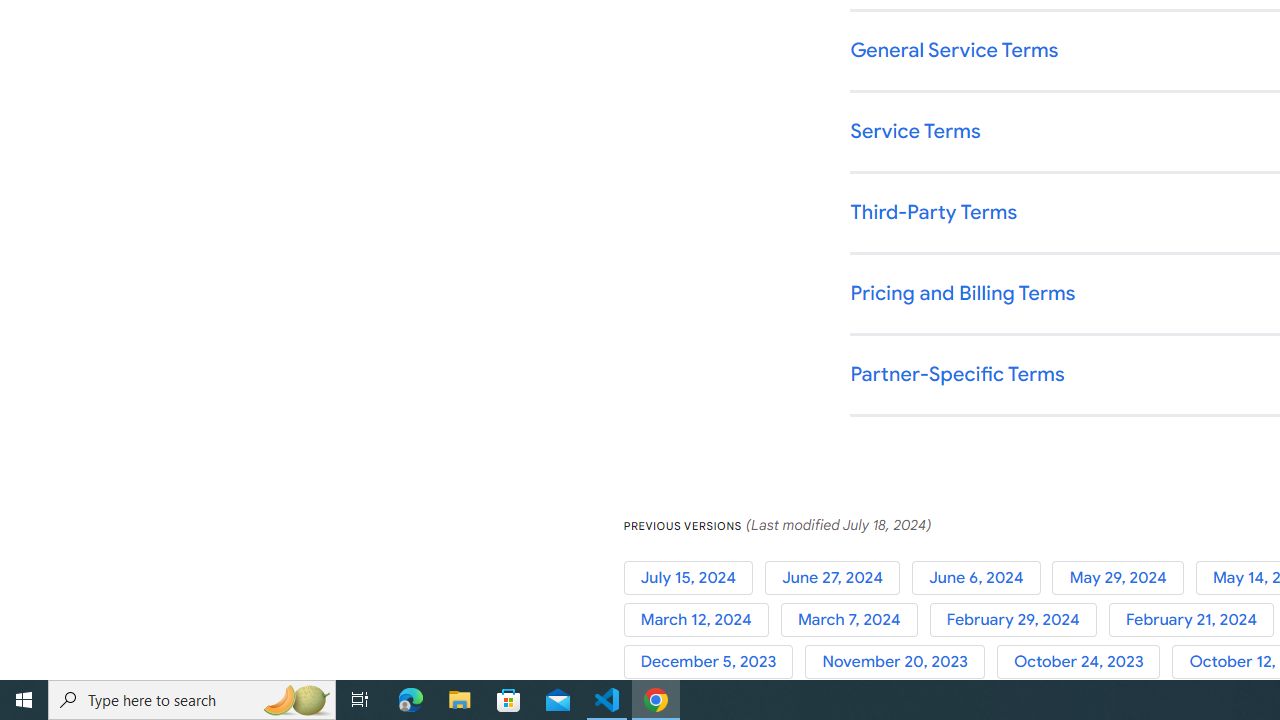 Image resolution: width=1280 pixels, height=720 pixels. What do you see at coordinates (900, 662) in the screenshot?
I see `'November 20, 2023'` at bounding box center [900, 662].